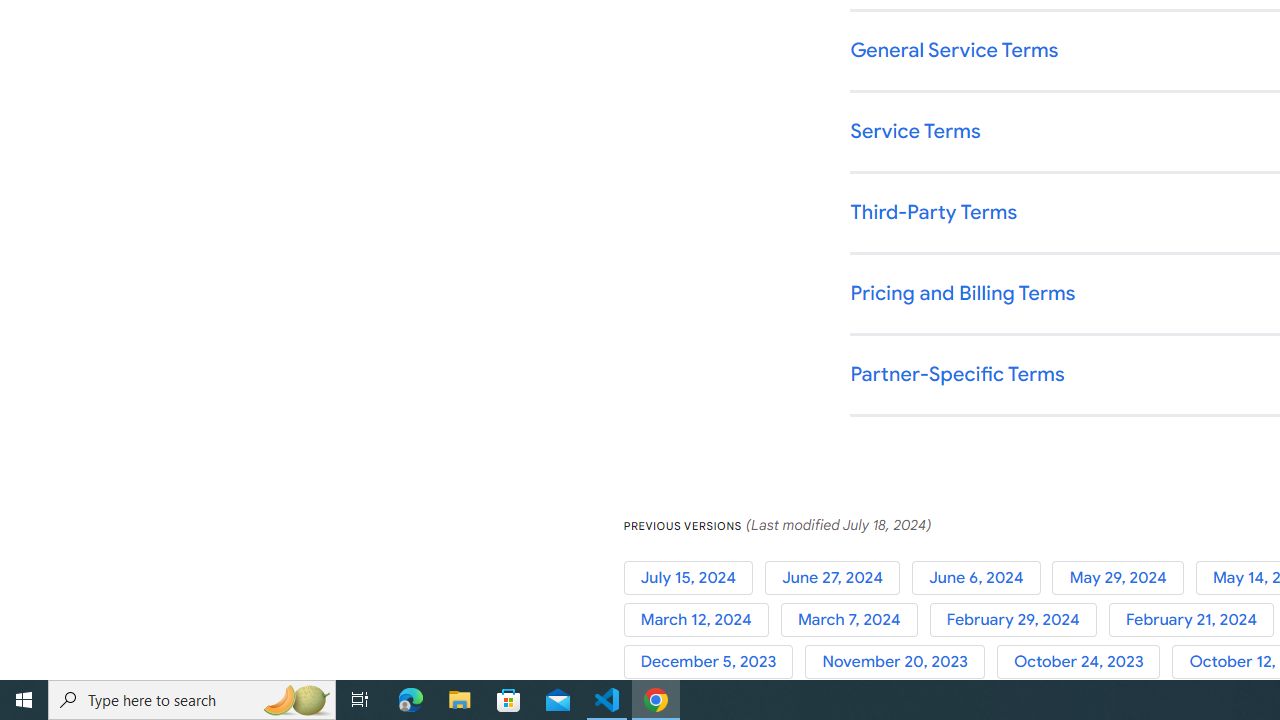 Image resolution: width=1280 pixels, height=720 pixels. What do you see at coordinates (900, 662) in the screenshot?
I see `'November 20, 2023'` at bounding box center [900, 662].